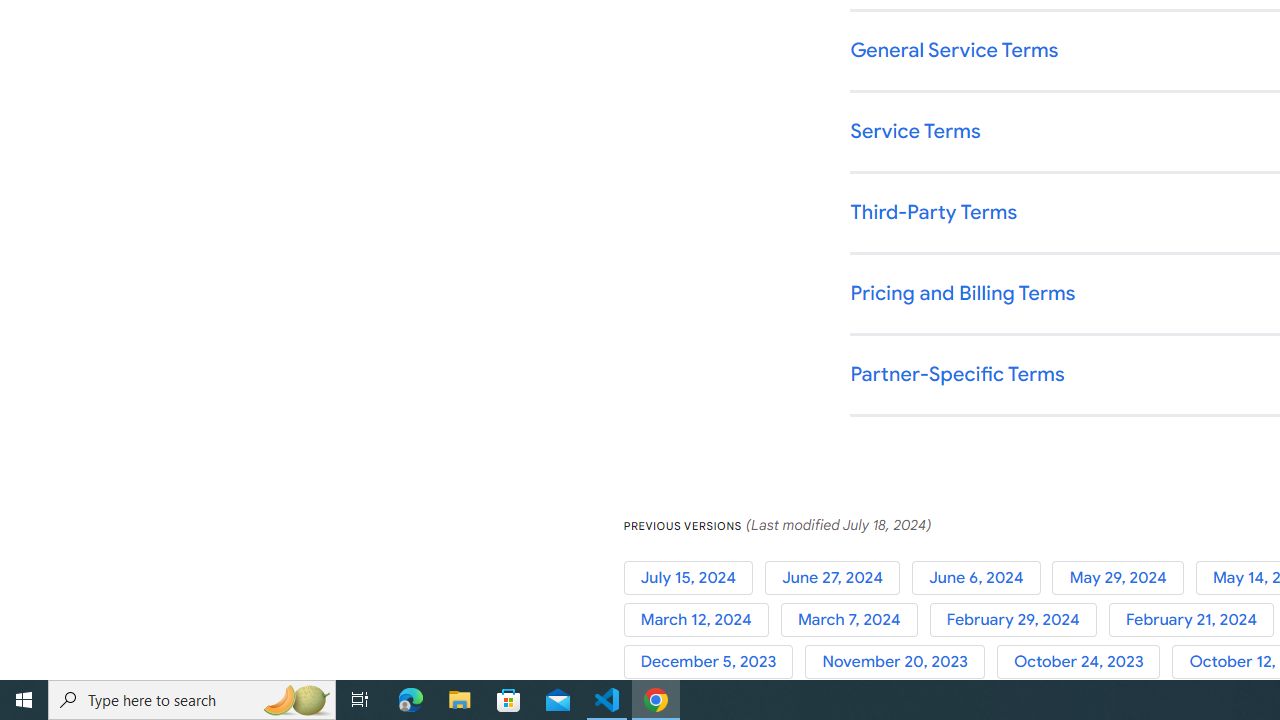 Image resolution: width=1280 pixels, height=720 pixels. What do you see at coordinates (900, 662) in the screenshot?
I see `'November 20, 2023'` at bounding box center [900, 662].